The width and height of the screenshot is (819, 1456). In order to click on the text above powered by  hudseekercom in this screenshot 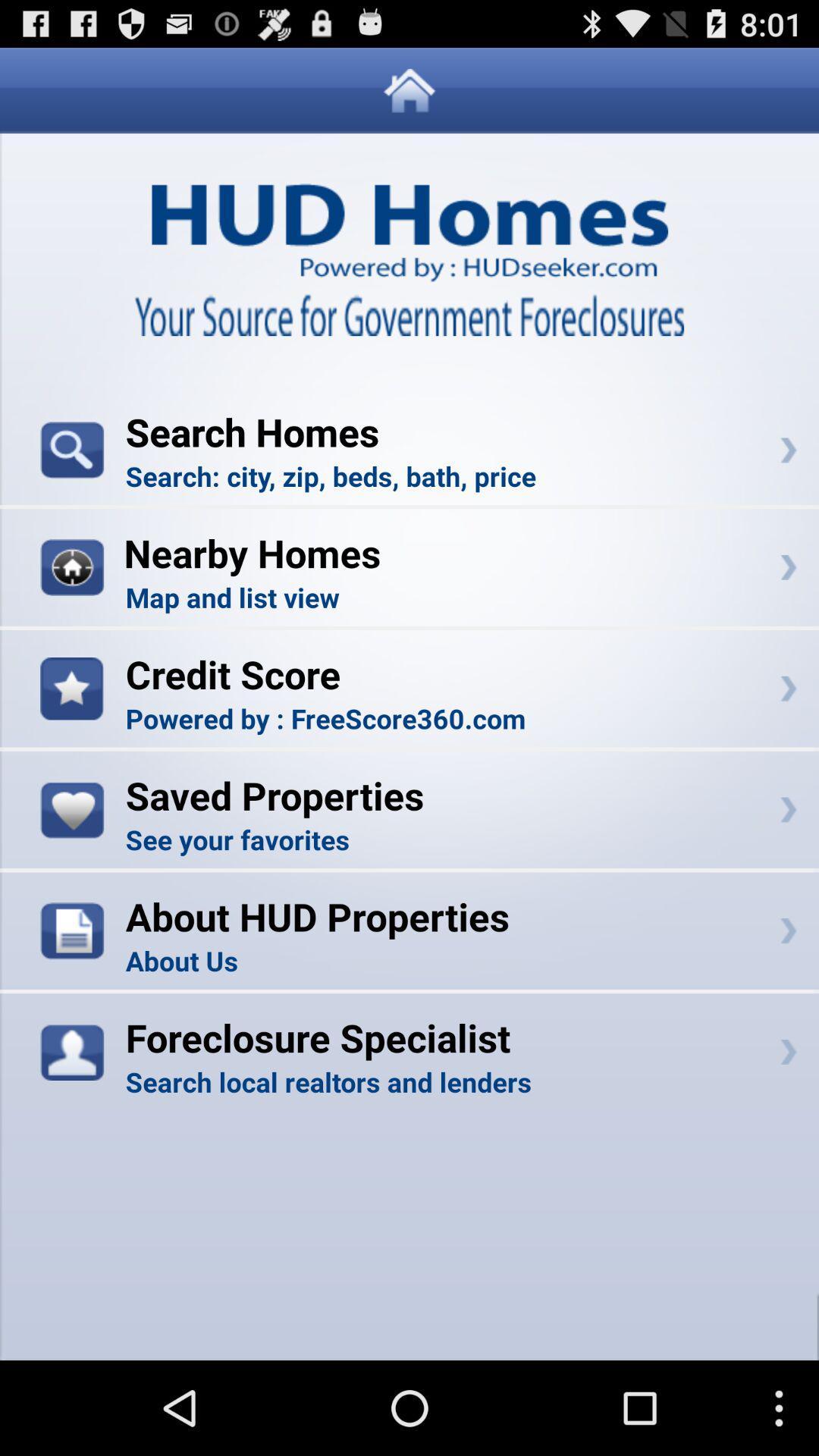, I will do `click(409, 214)`.